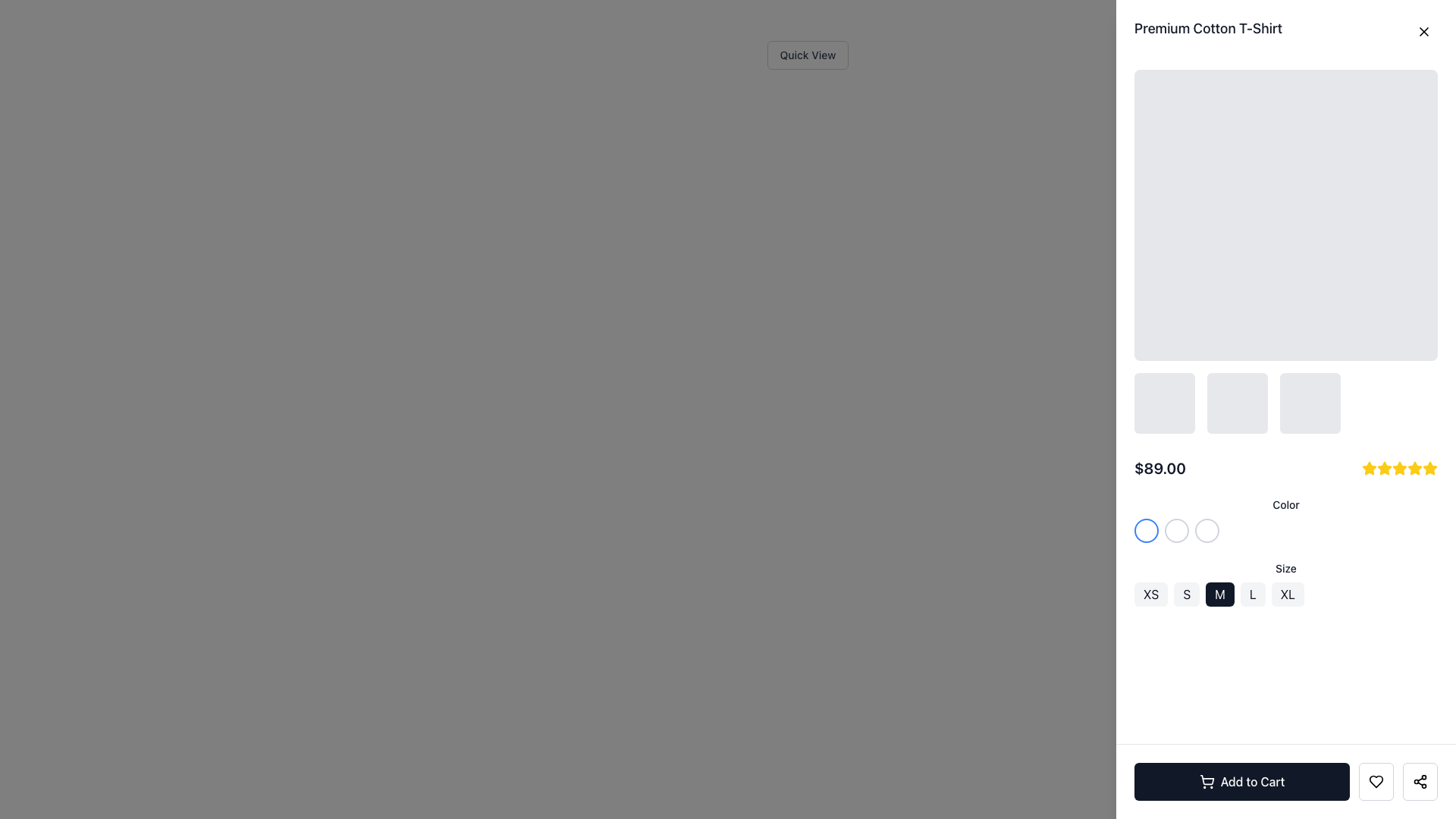  What do you see at coordinates (1399, 467) in the screenshot?
I see `the fifth star icon in the rating system` at bounding box center [1399, 467].